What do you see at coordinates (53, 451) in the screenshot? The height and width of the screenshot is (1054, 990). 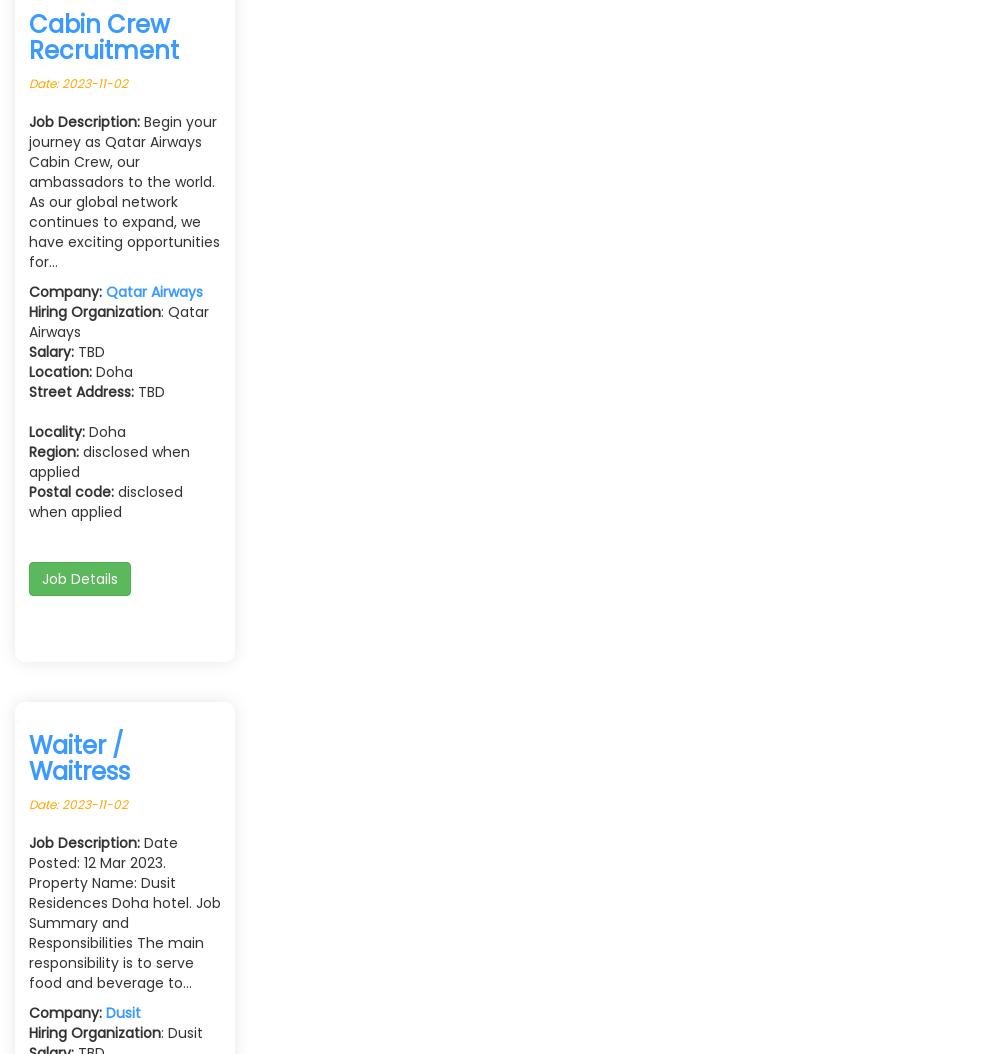 I see `'Region:'` at bounding box center [53, 451].